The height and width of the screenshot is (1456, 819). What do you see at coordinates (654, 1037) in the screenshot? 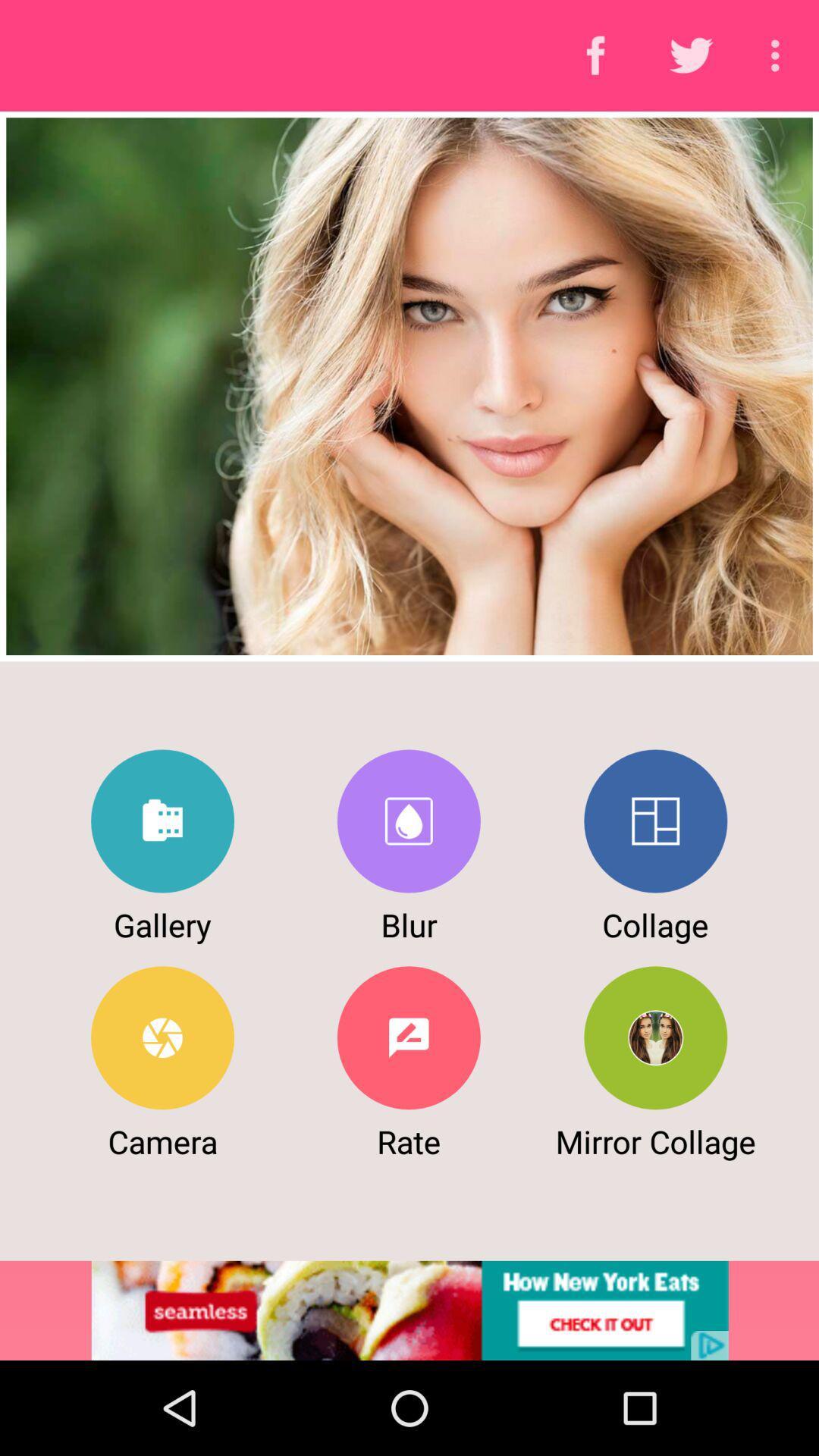
I see `mirror collage button` at bounding box center [654, 1037].